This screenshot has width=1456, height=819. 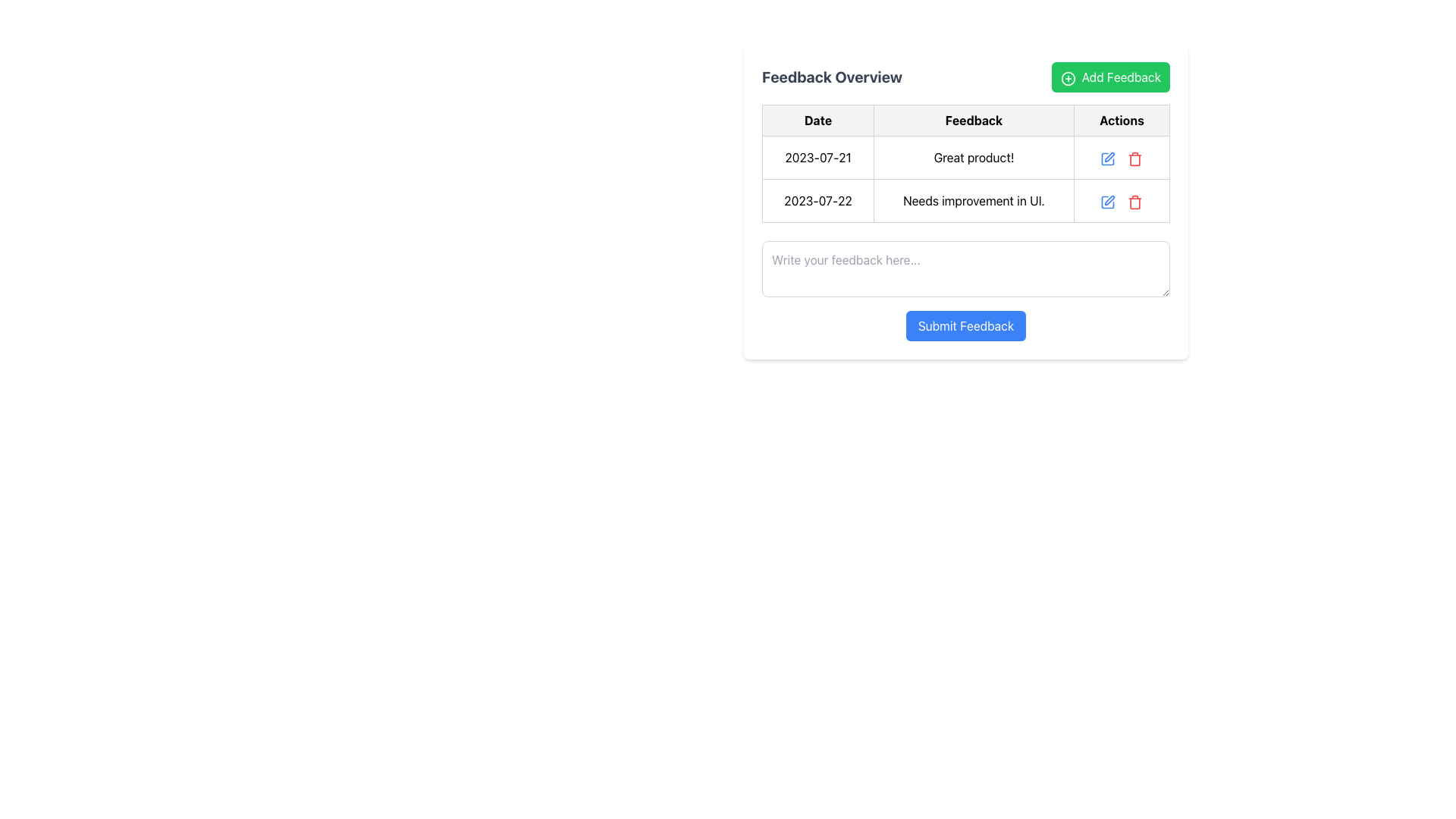 What do you see at coordinates (1067, 78) in the screenshot?
I see `the circular SVG icon with a plus sign located inside the green 'Add Feedback' button at the top-right corner of the application interface` at bounding box center [1067, 78].